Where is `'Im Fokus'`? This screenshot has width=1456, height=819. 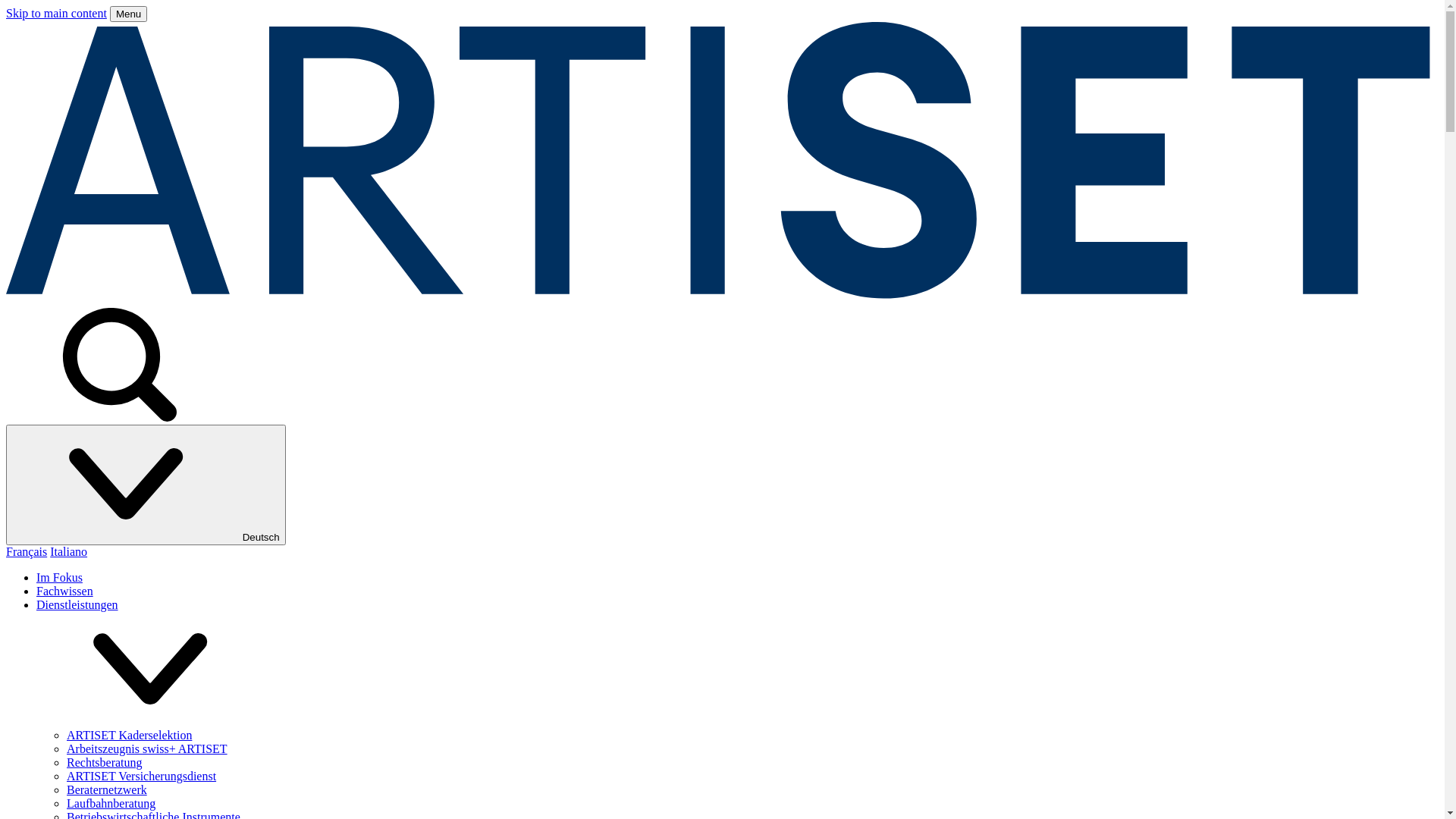 'Im Fokus' is located at coordinates (59, 577).